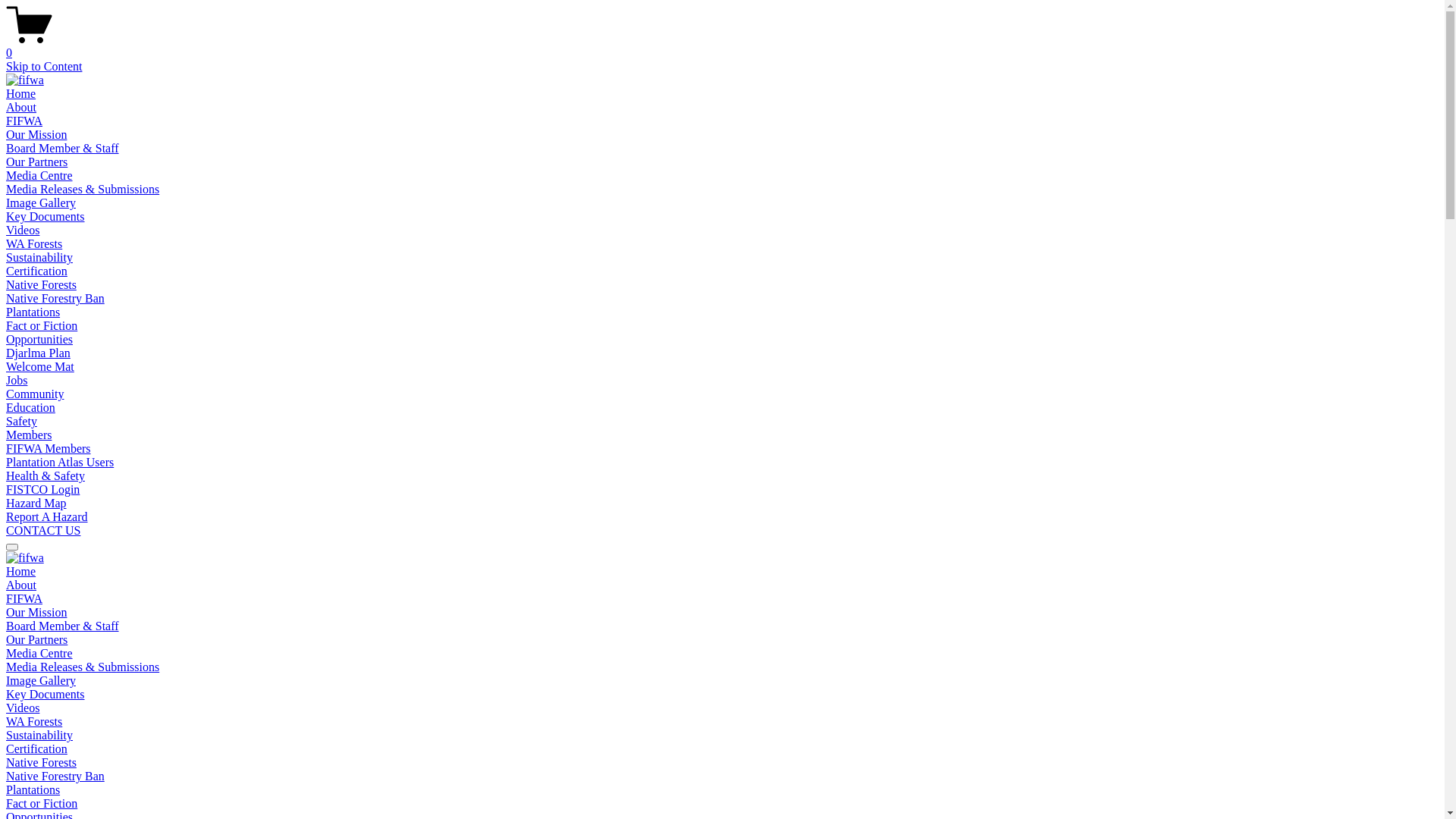 This screenshot has width=1456, height=819. Describe the element at coordinates (29, 435) in the screenshot. I see `'Members'` at that location.